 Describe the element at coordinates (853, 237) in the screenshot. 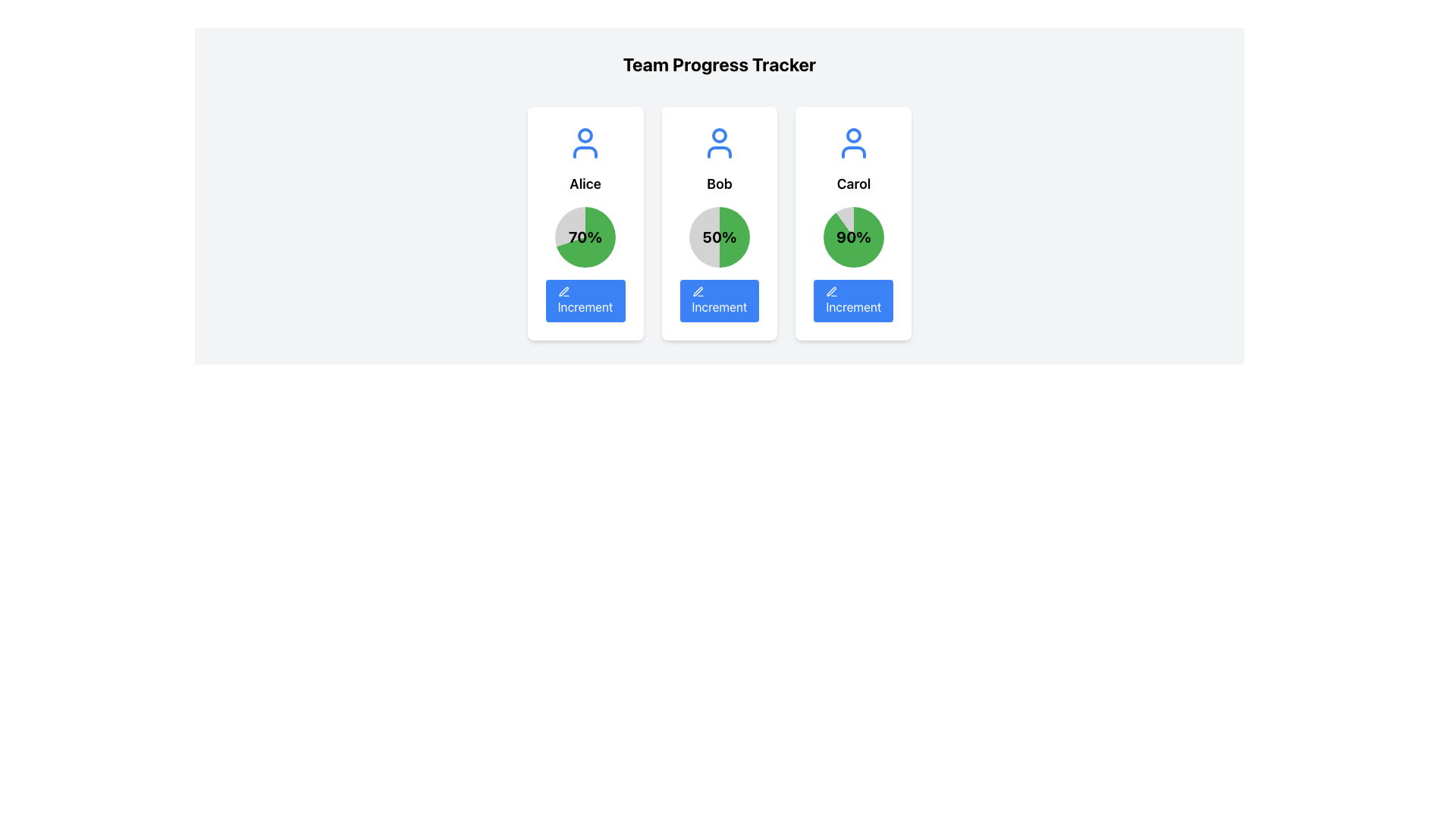

I see `percentage displayed on the Progress Indicator located within the card labeled 'Carol', which is the third card from the left` at that location.